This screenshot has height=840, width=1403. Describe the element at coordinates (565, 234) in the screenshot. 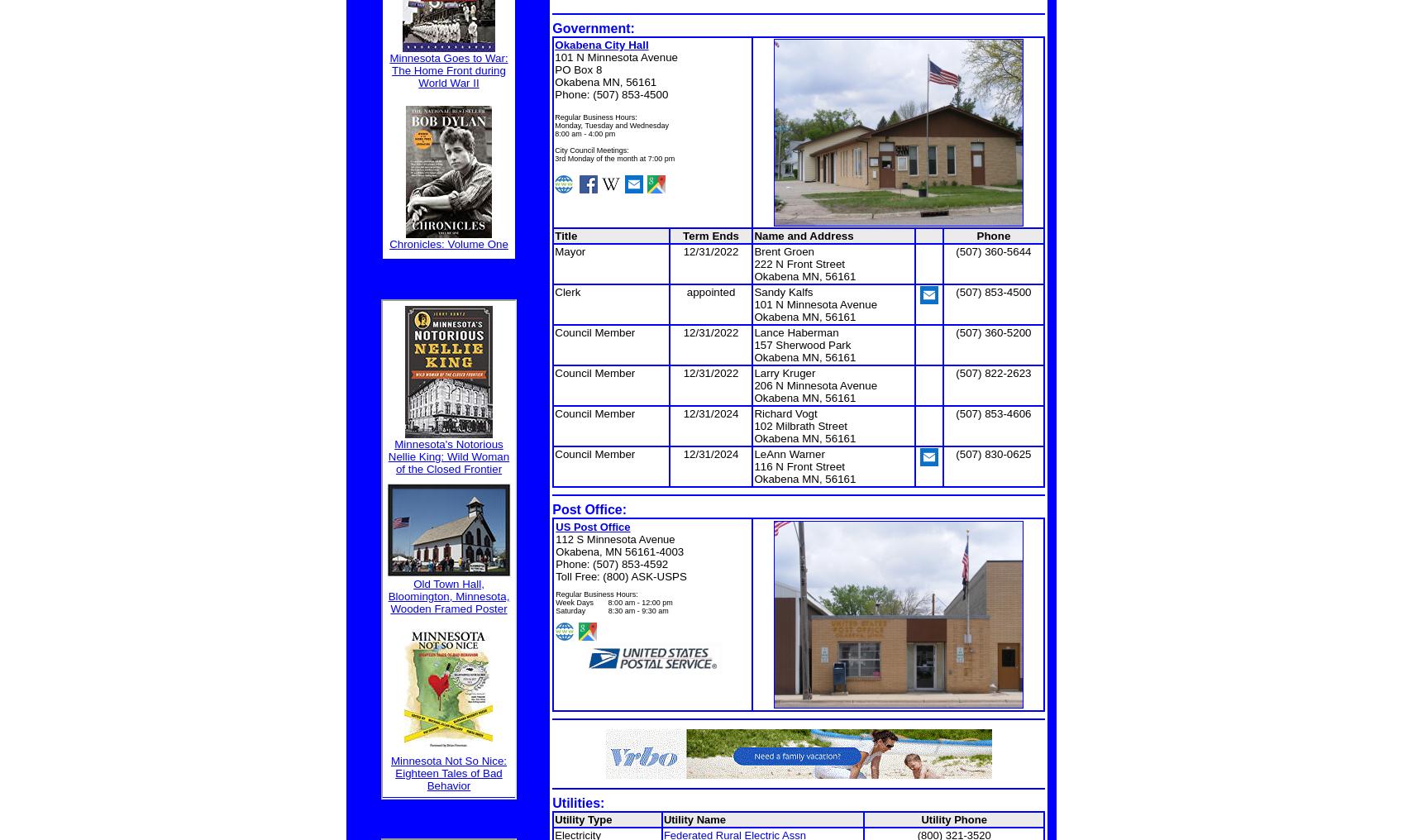

I see `'Title'` at that location.